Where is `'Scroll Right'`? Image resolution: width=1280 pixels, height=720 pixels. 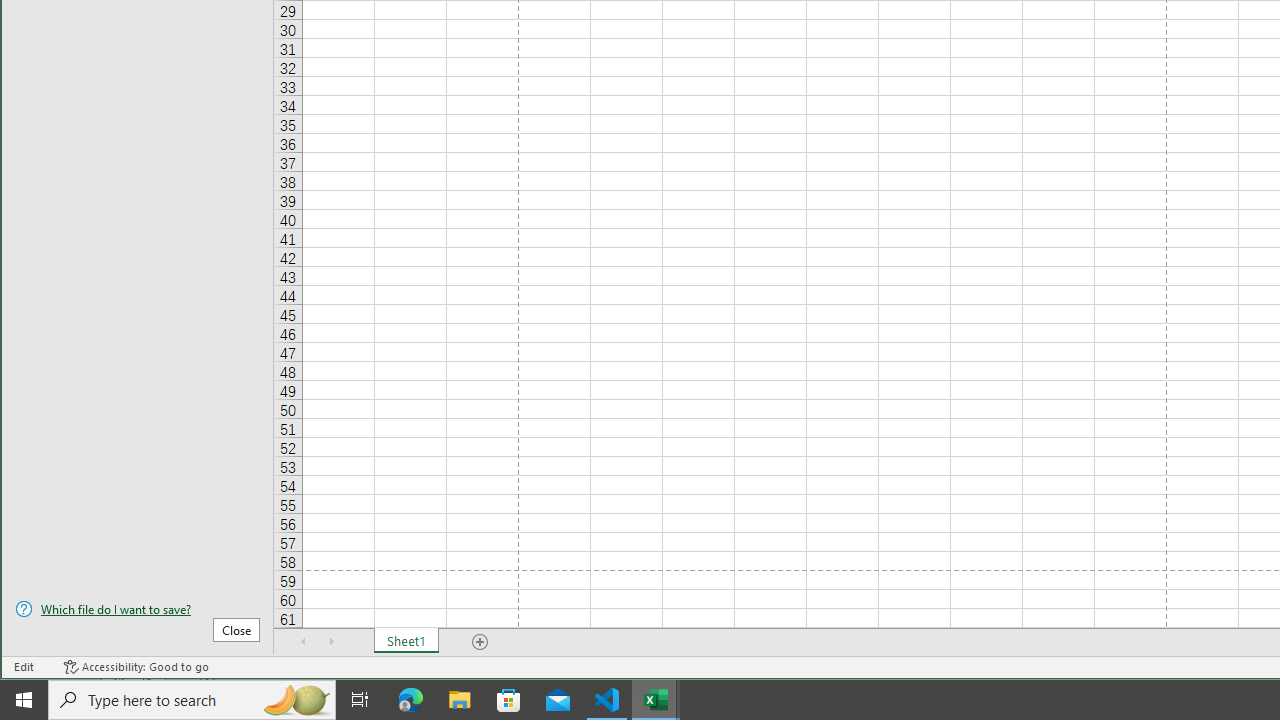 'Scroll Right' is located at coordinates (331, 641).